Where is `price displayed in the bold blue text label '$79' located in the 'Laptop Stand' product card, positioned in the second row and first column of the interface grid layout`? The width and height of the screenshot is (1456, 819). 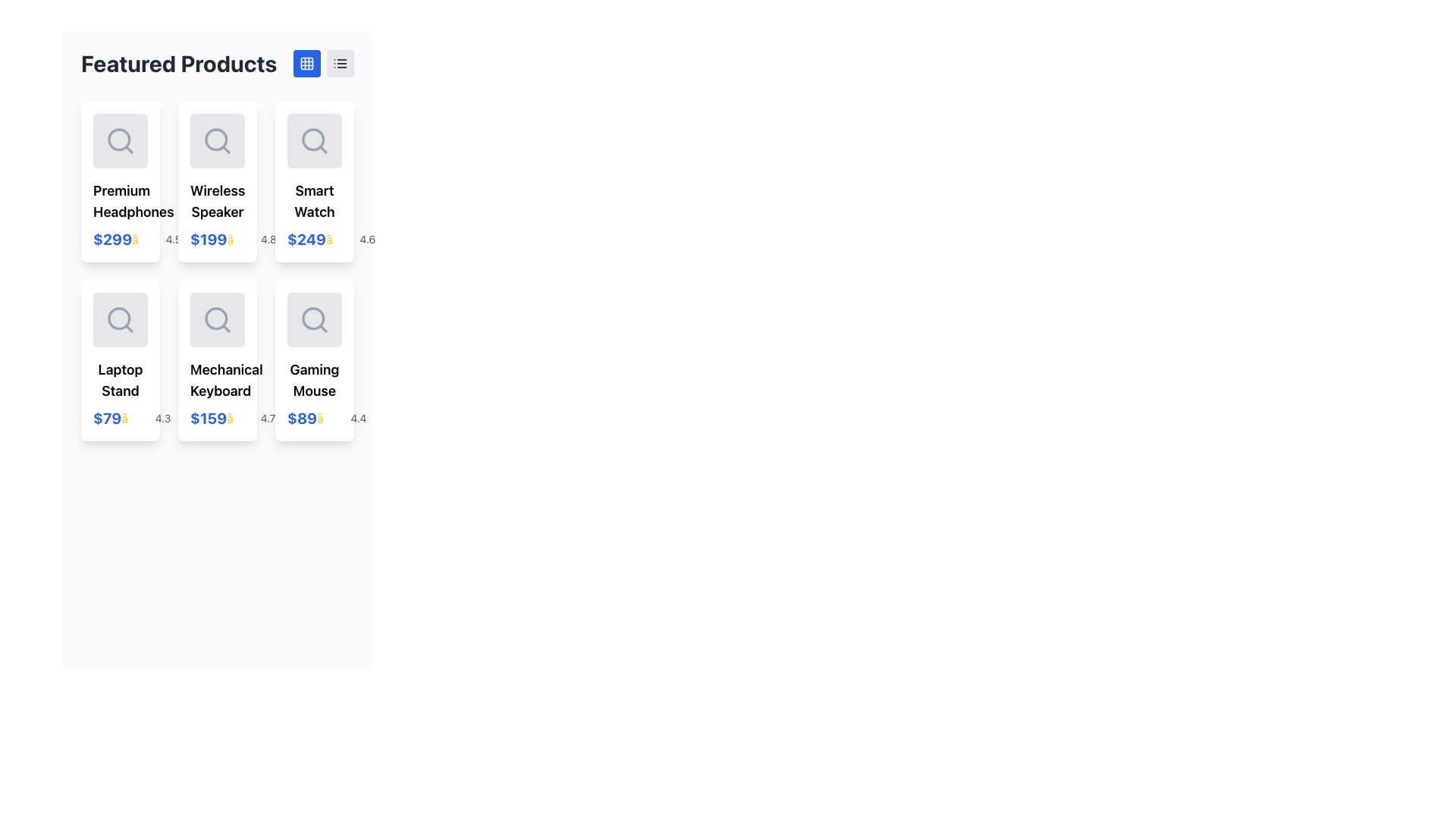
price displayed in the bold blue text label '$79' located in the 'Laptop Stand' product card, positioned in the second row and first column of the interface grid layout is located at coordinates (106, 418).